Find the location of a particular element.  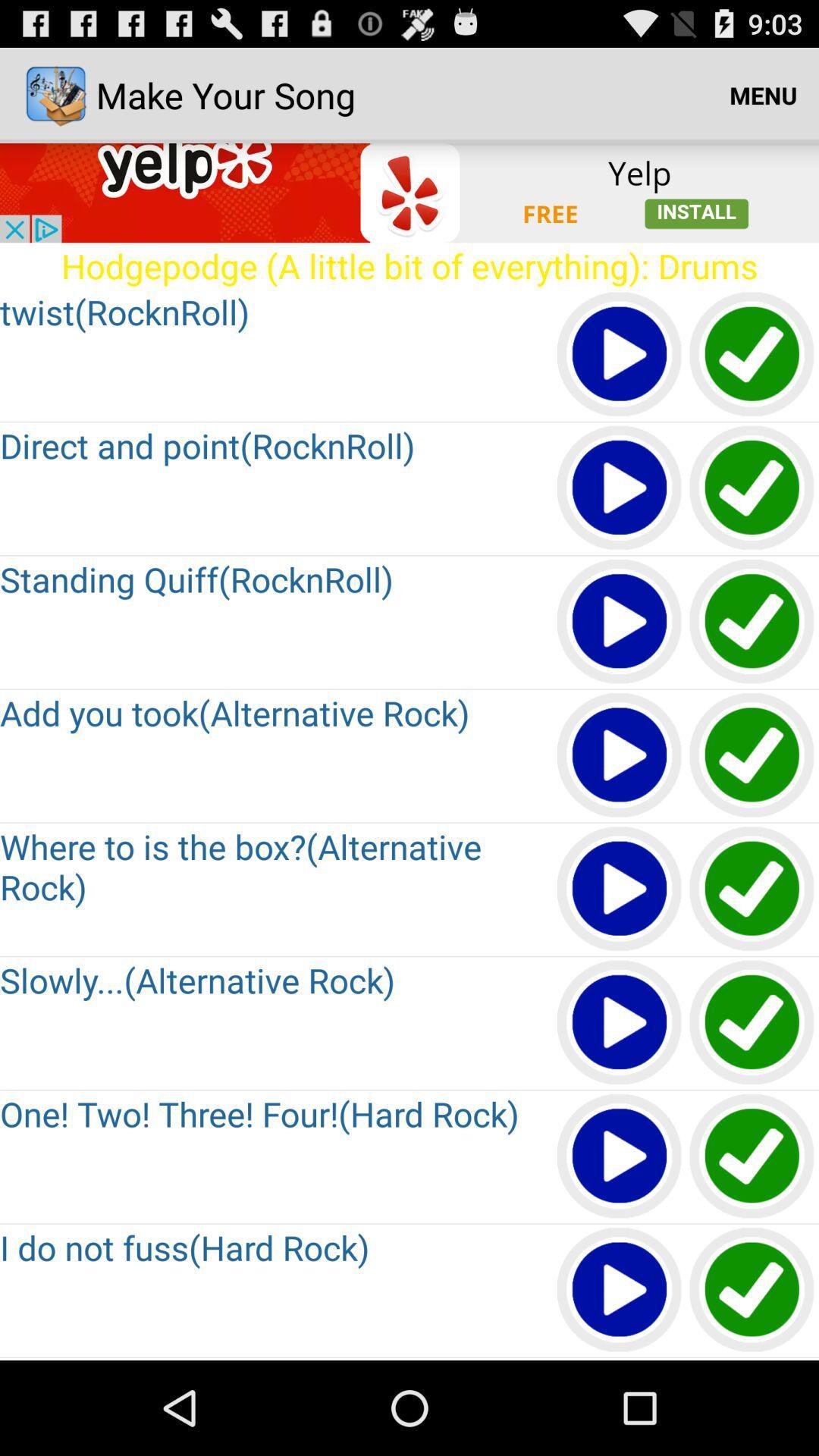

sound is located at coordinates (620, 1290).